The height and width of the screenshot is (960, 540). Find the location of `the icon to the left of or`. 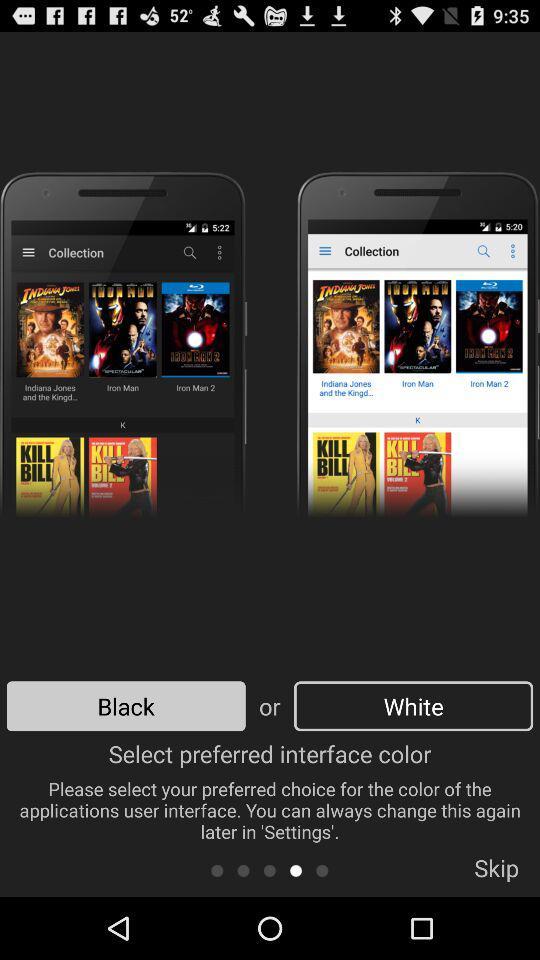

the icon to the left of or is located at coordinates (126, 706).